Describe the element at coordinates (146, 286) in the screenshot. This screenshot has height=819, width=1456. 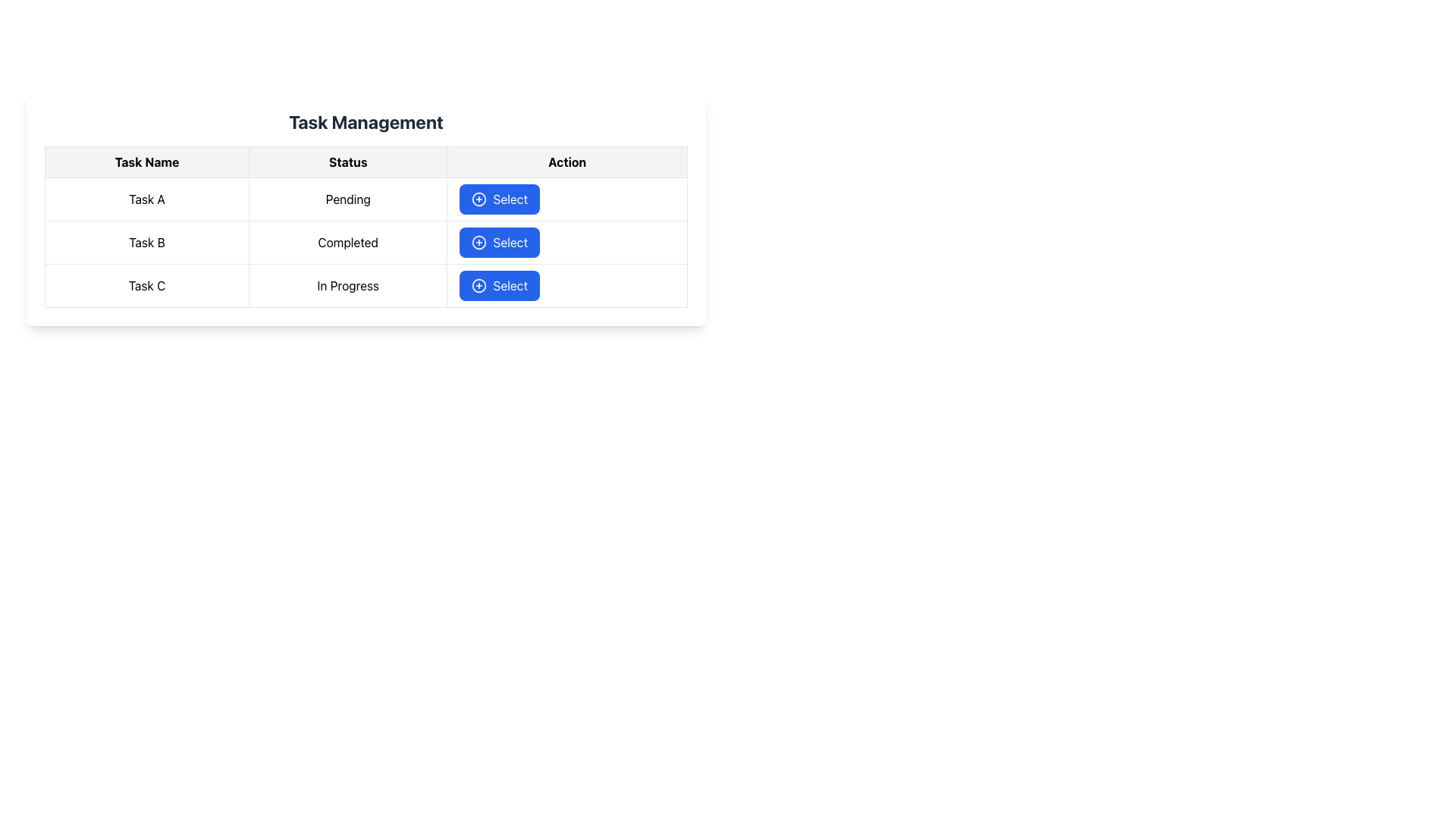
I see `the label displaying the task name in the third row of the 'Task Management' table, located in the first column under the 'Task Name' header` at that location.